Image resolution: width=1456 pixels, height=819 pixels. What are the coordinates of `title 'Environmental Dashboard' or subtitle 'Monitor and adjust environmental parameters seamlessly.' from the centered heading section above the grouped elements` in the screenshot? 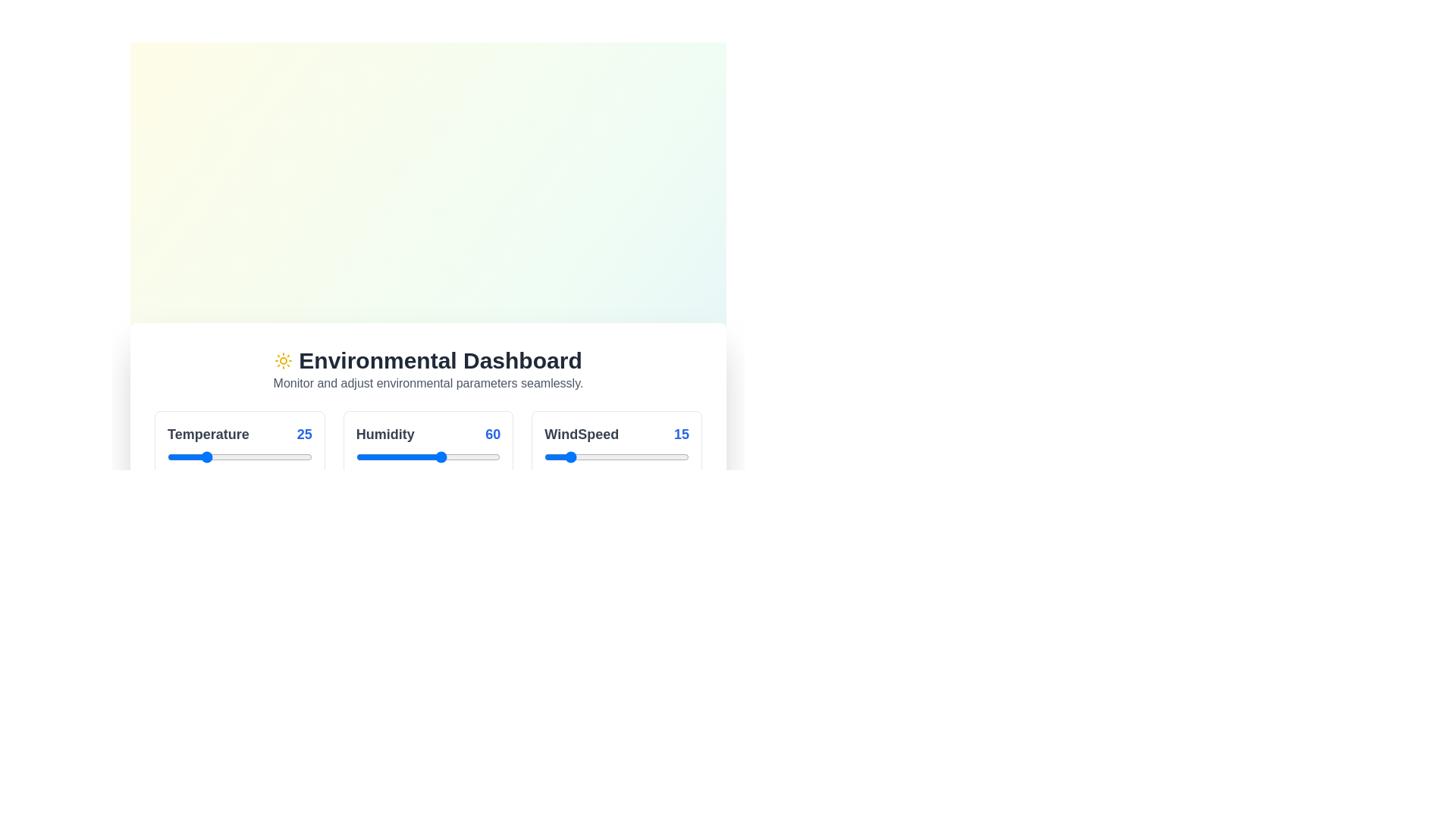 It's located at (428, 369).